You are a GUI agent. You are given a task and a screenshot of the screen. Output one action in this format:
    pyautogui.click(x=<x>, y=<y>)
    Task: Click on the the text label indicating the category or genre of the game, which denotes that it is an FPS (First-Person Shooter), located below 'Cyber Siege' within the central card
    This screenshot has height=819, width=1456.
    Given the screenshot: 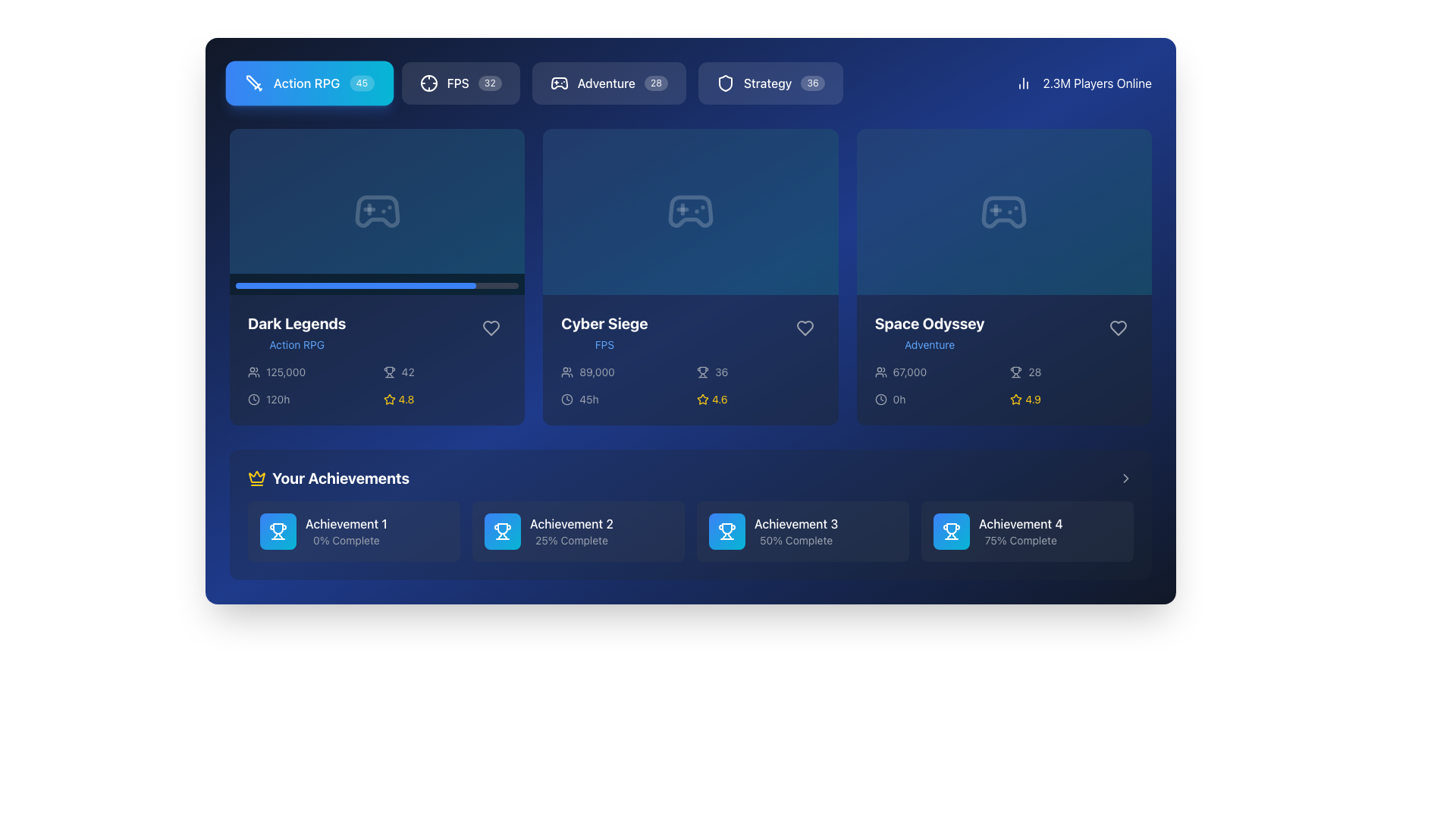 What is the action you would take?
    pyautogui.click(x=604, y=345)
    